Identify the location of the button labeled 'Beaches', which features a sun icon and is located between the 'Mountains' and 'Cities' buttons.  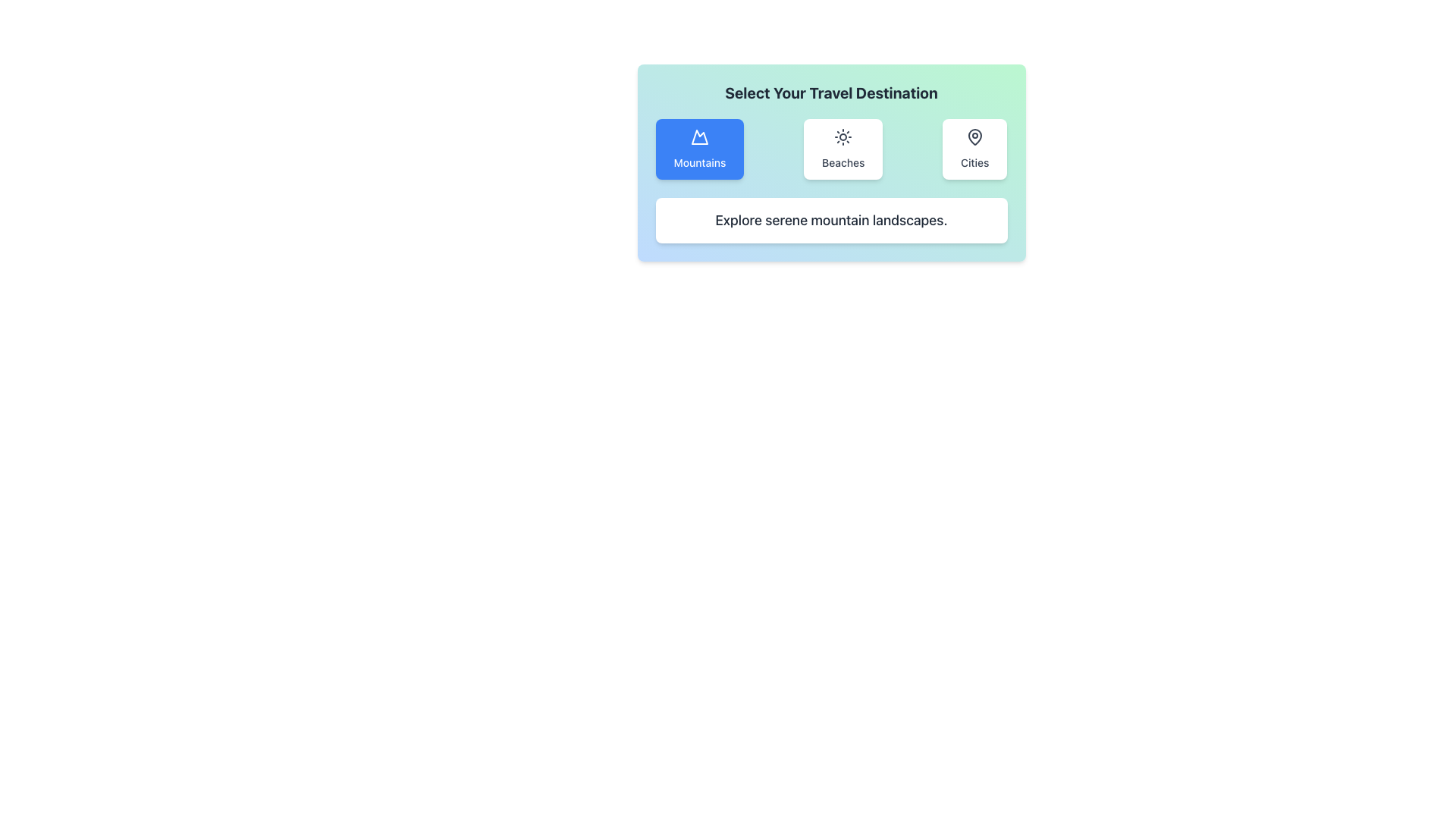
(843, 149).